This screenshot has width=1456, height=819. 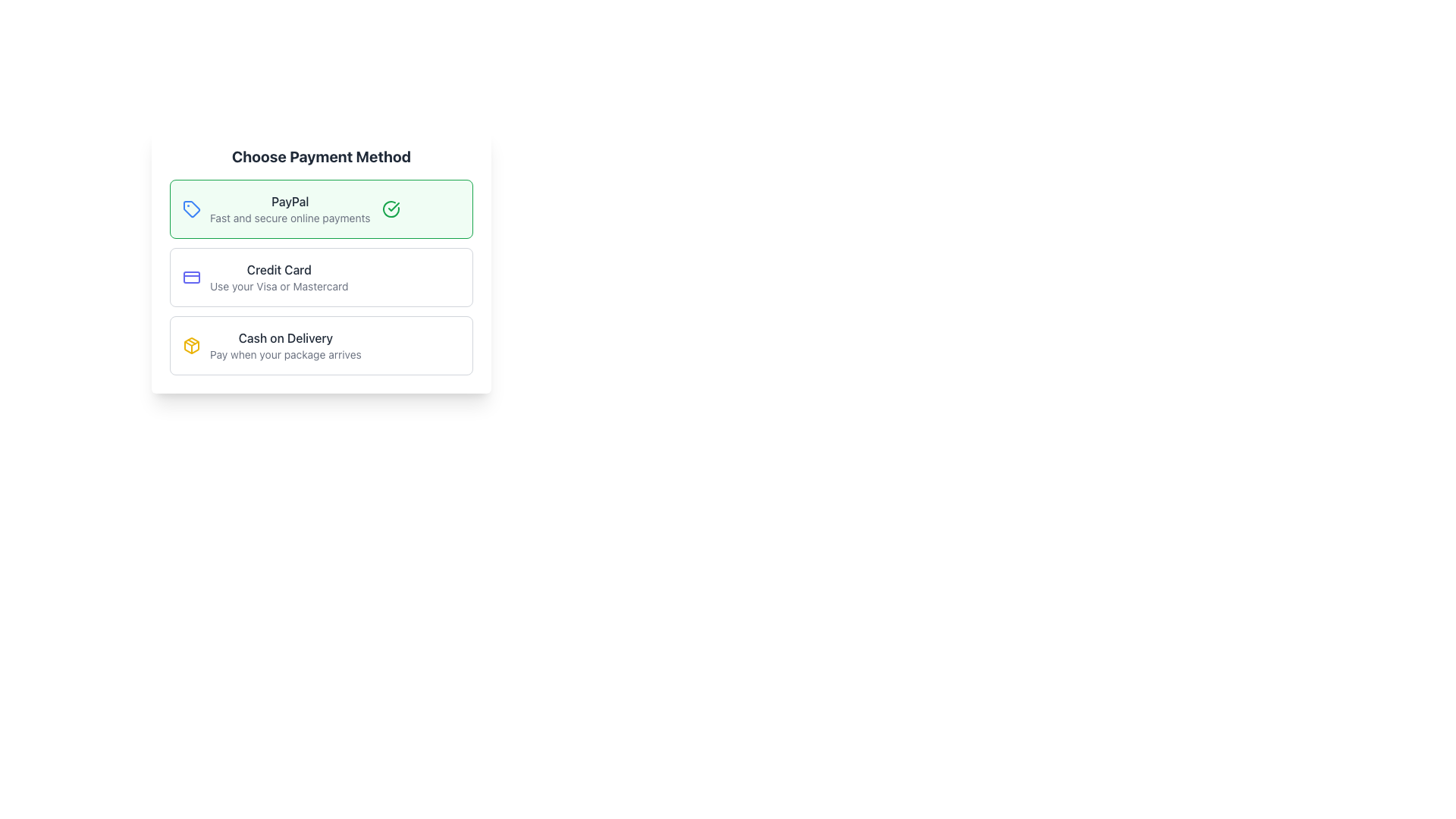 What do you see at coordinates (271, 345) in the screenshot?
I see `the 'Cash on Delivery' selectable option with a yellow package-shaped icon` at bounding box center [271, 345].